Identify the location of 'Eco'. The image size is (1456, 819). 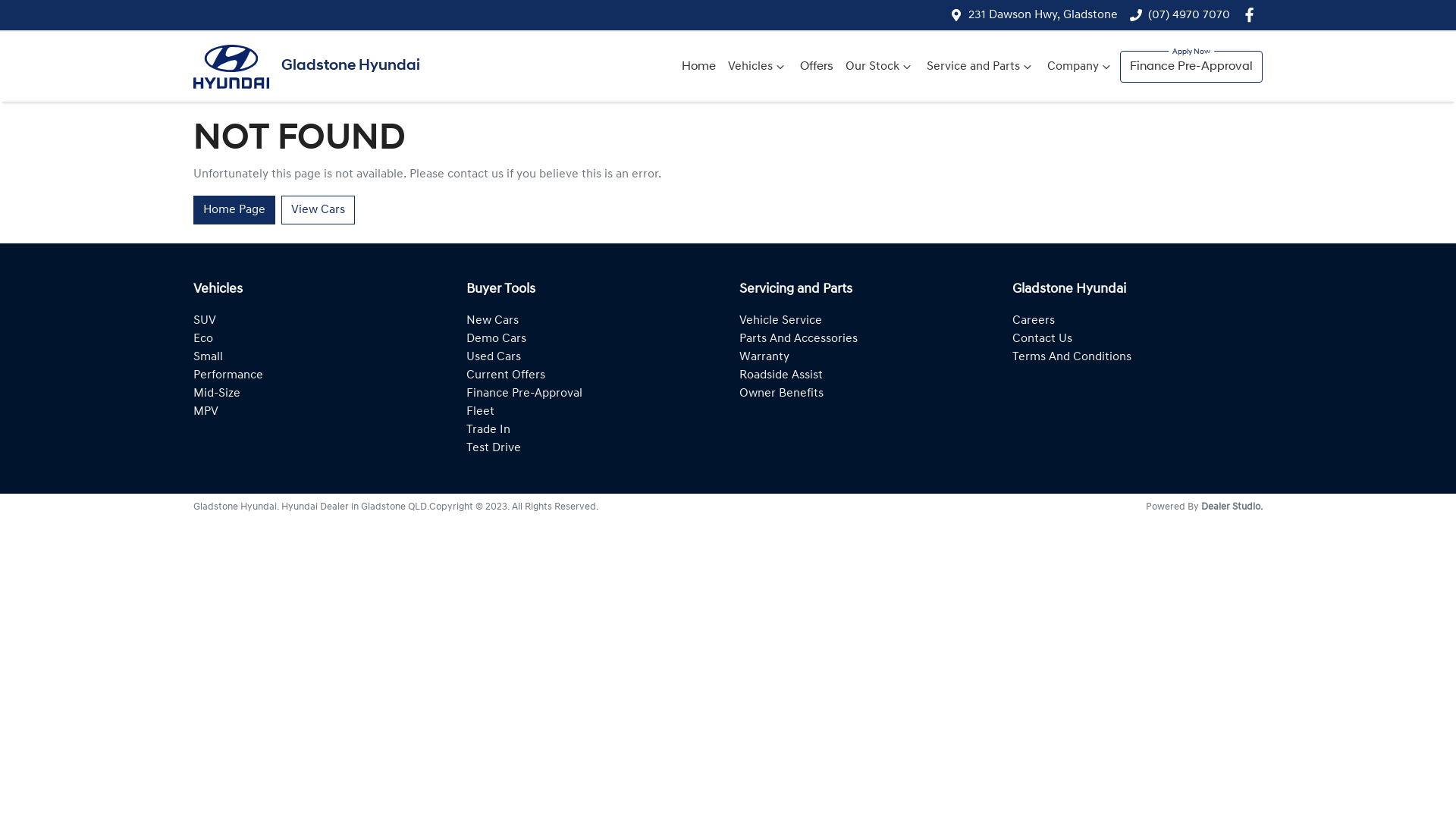
(192, 338).